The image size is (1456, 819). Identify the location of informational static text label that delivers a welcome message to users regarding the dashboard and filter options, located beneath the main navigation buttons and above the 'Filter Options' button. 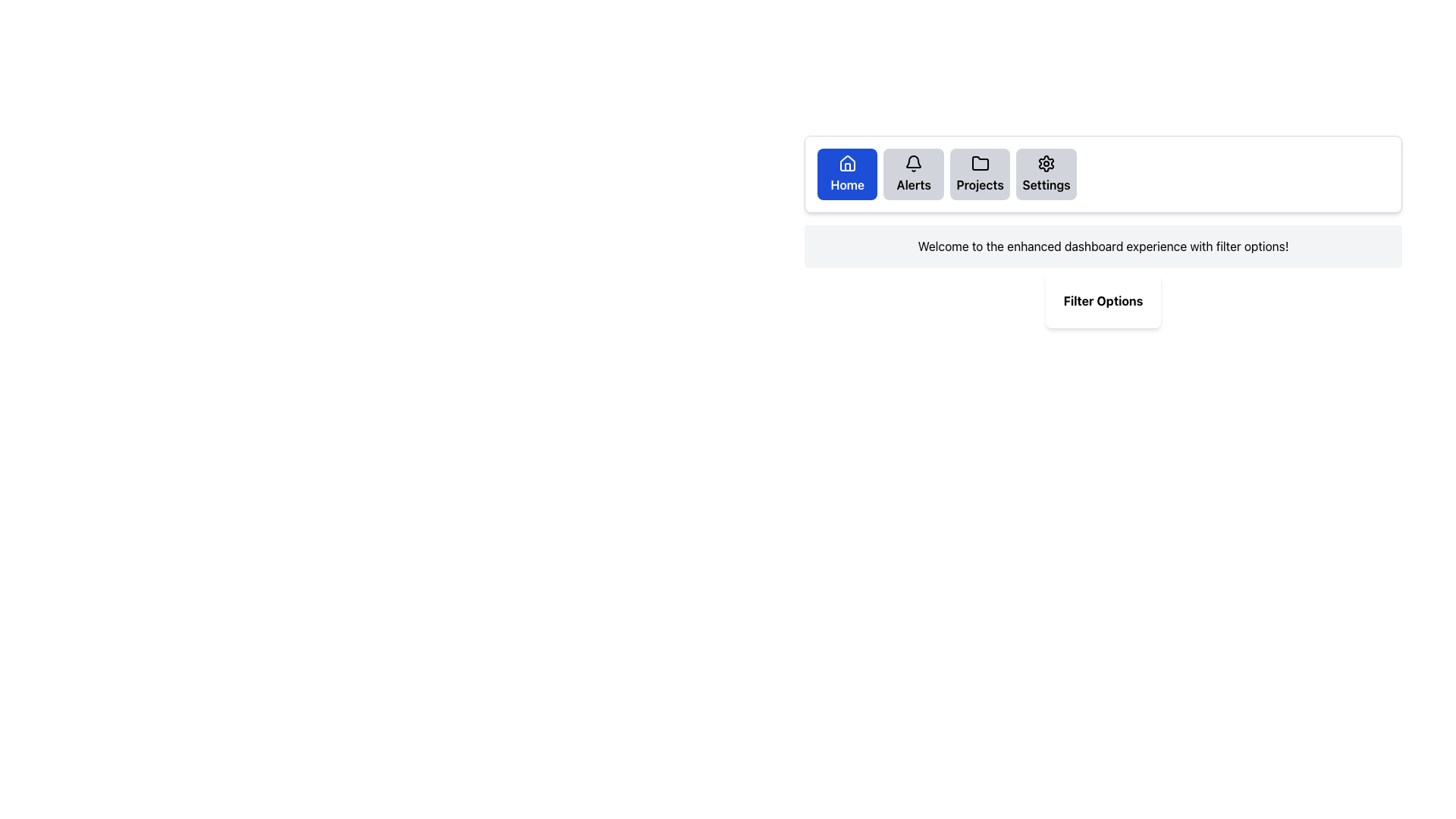
(1103, 245).